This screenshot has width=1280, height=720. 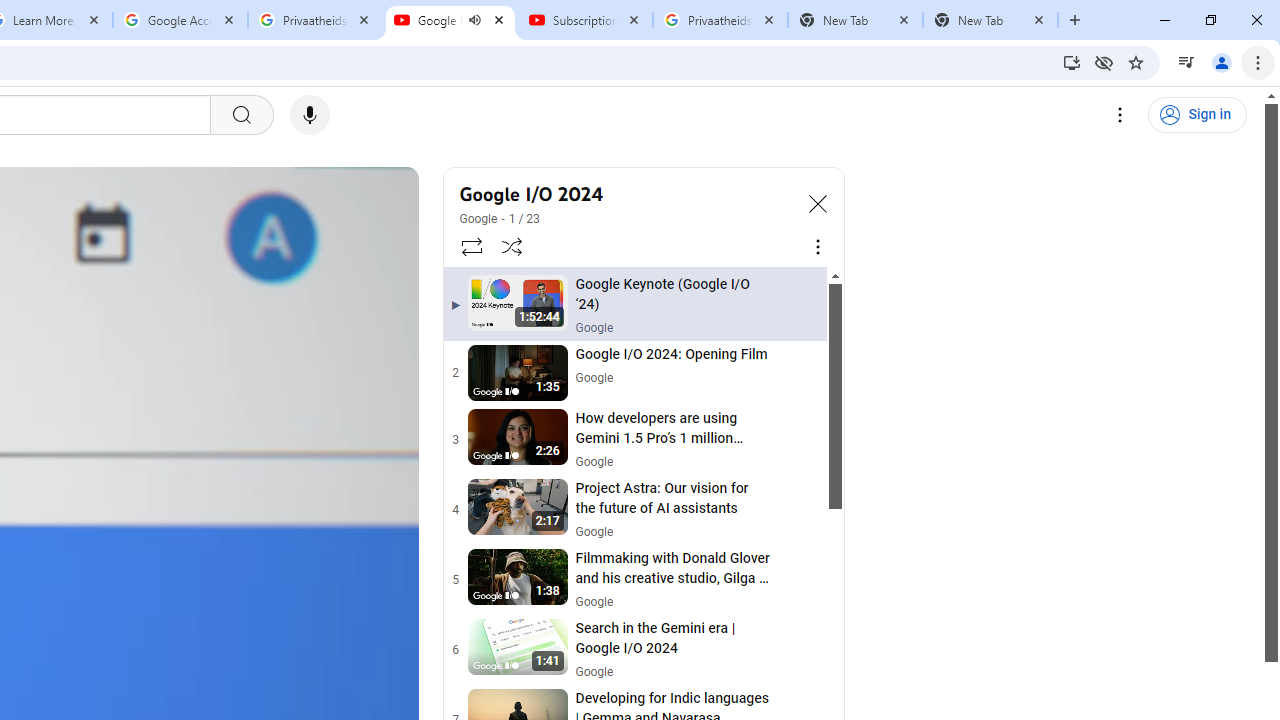 What do you see at coordinates (1071, 61) in the screenshot?
I see `'Install YouTube'` at bounding box center [1071, 61].